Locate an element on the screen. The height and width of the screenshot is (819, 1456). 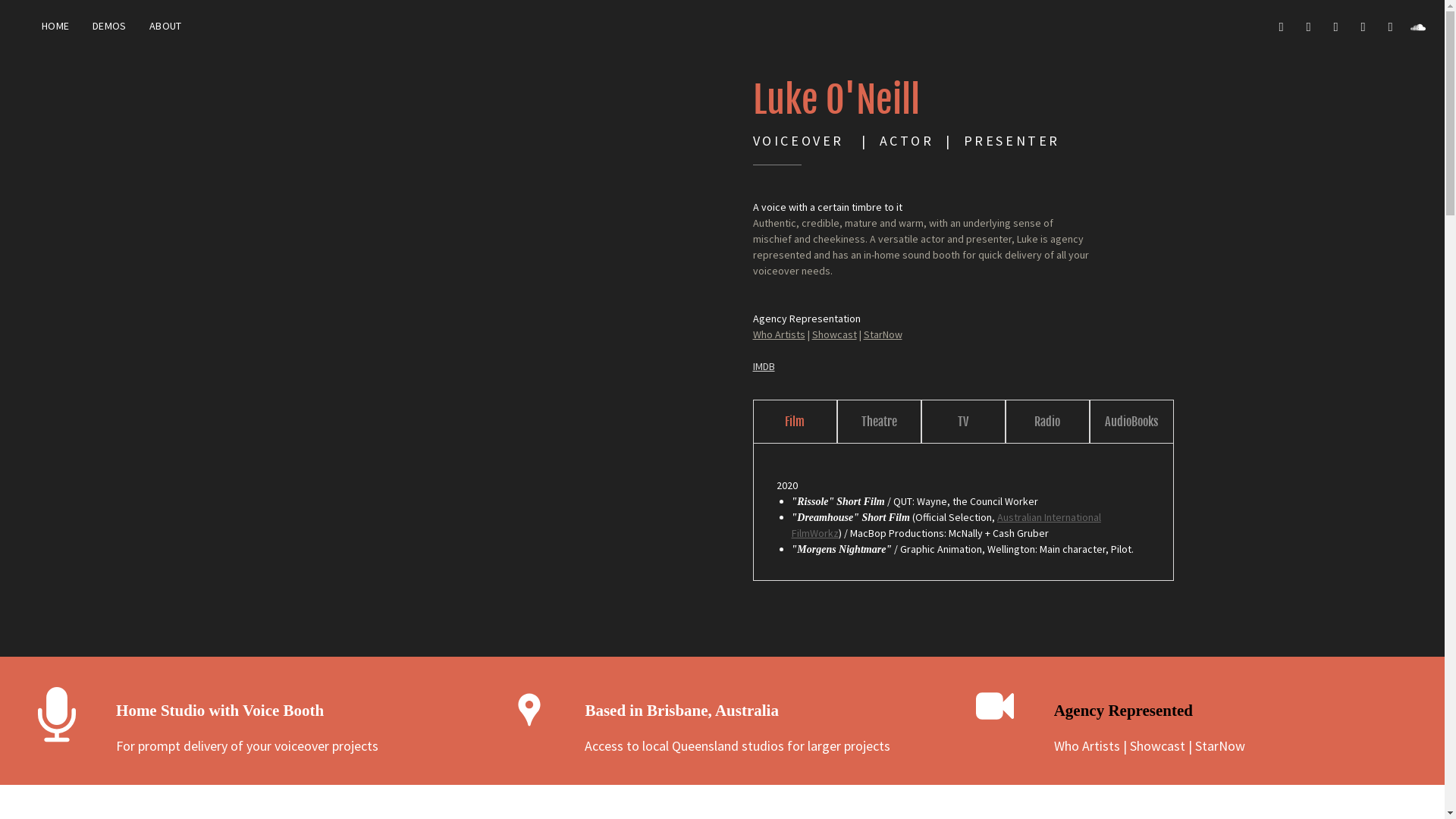
'Who Artists' is located at coordinates (752, 333).